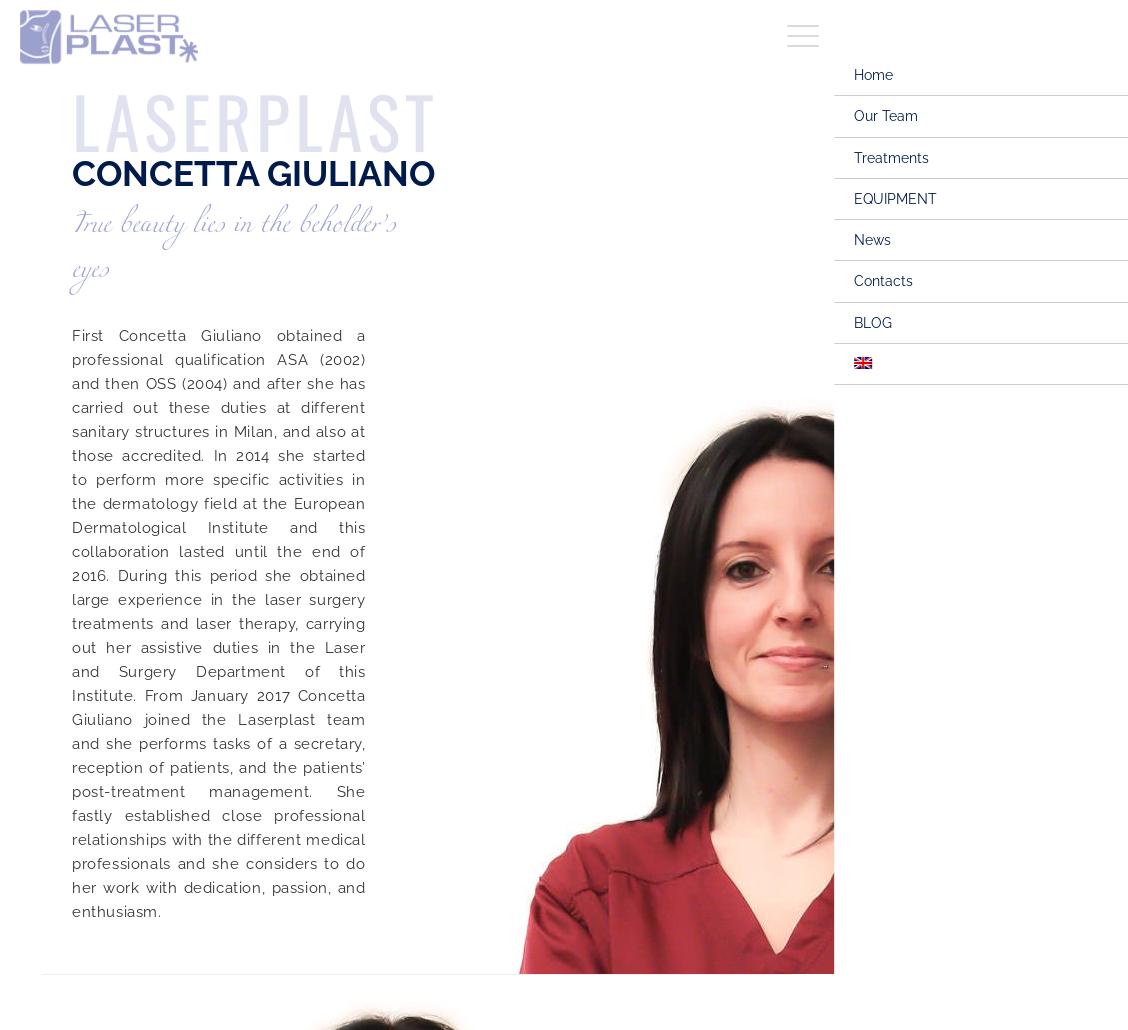 Image resolution: width=1128 pixels, height=1030 pixels. Describe the element at coordinates (890, 155) in the screenshot. I see `'Treatments'` at that location.